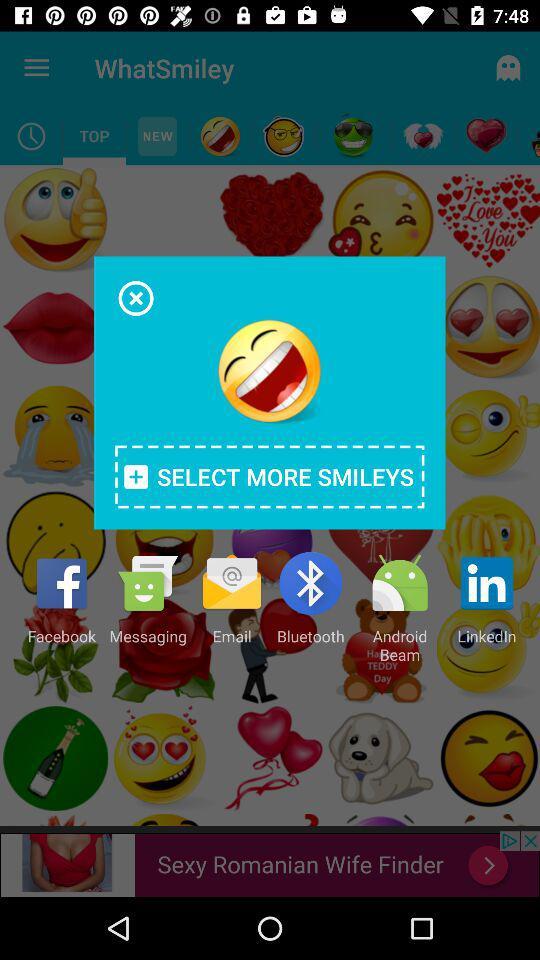 This screenshot has height=960, width=540. What do you see at coordinates (135, 297) in the screenshot?
I see `pop up` at bounding box center [135, 297].